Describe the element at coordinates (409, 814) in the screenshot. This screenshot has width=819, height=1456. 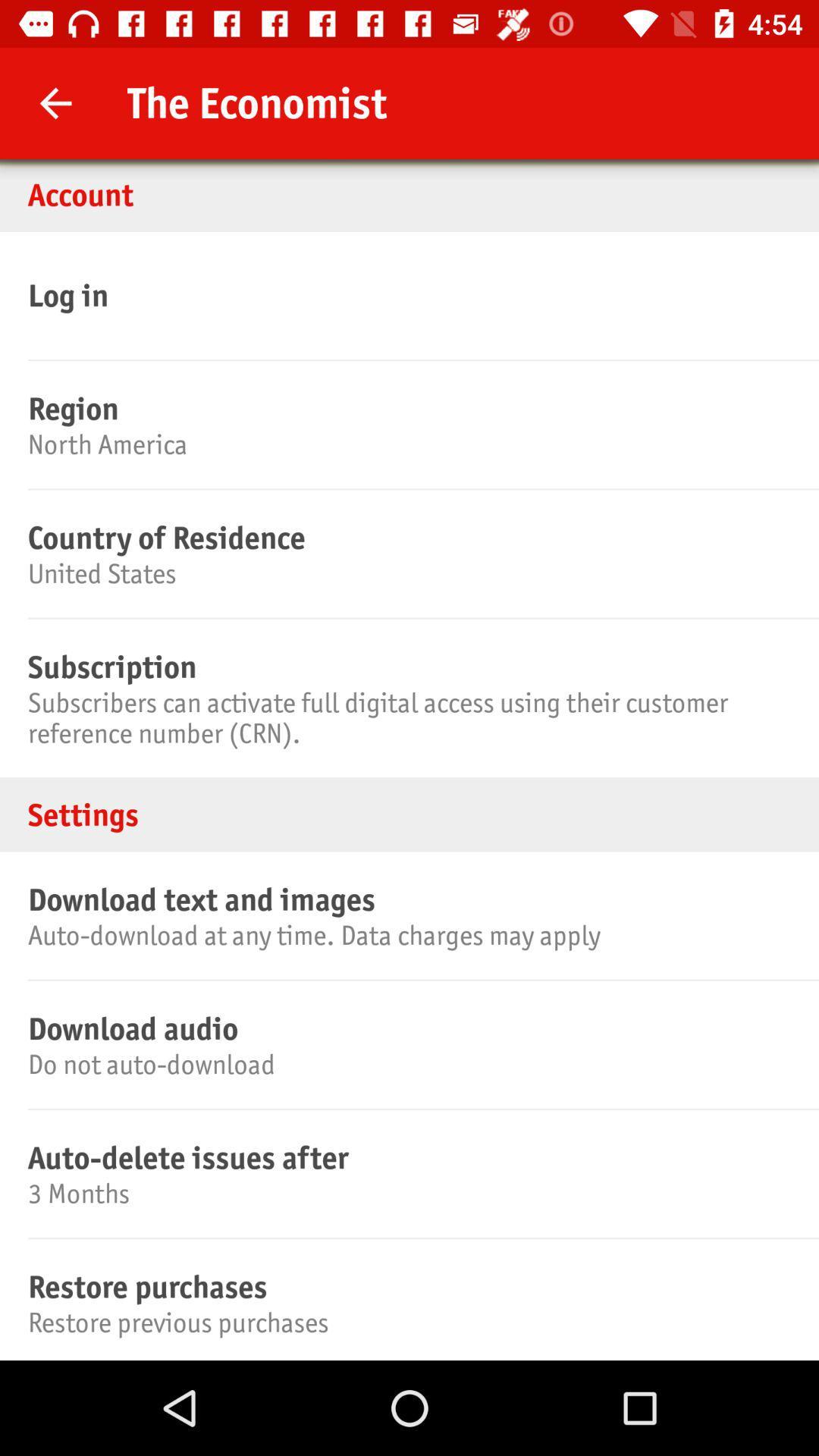
I see `the settings item` at that location.